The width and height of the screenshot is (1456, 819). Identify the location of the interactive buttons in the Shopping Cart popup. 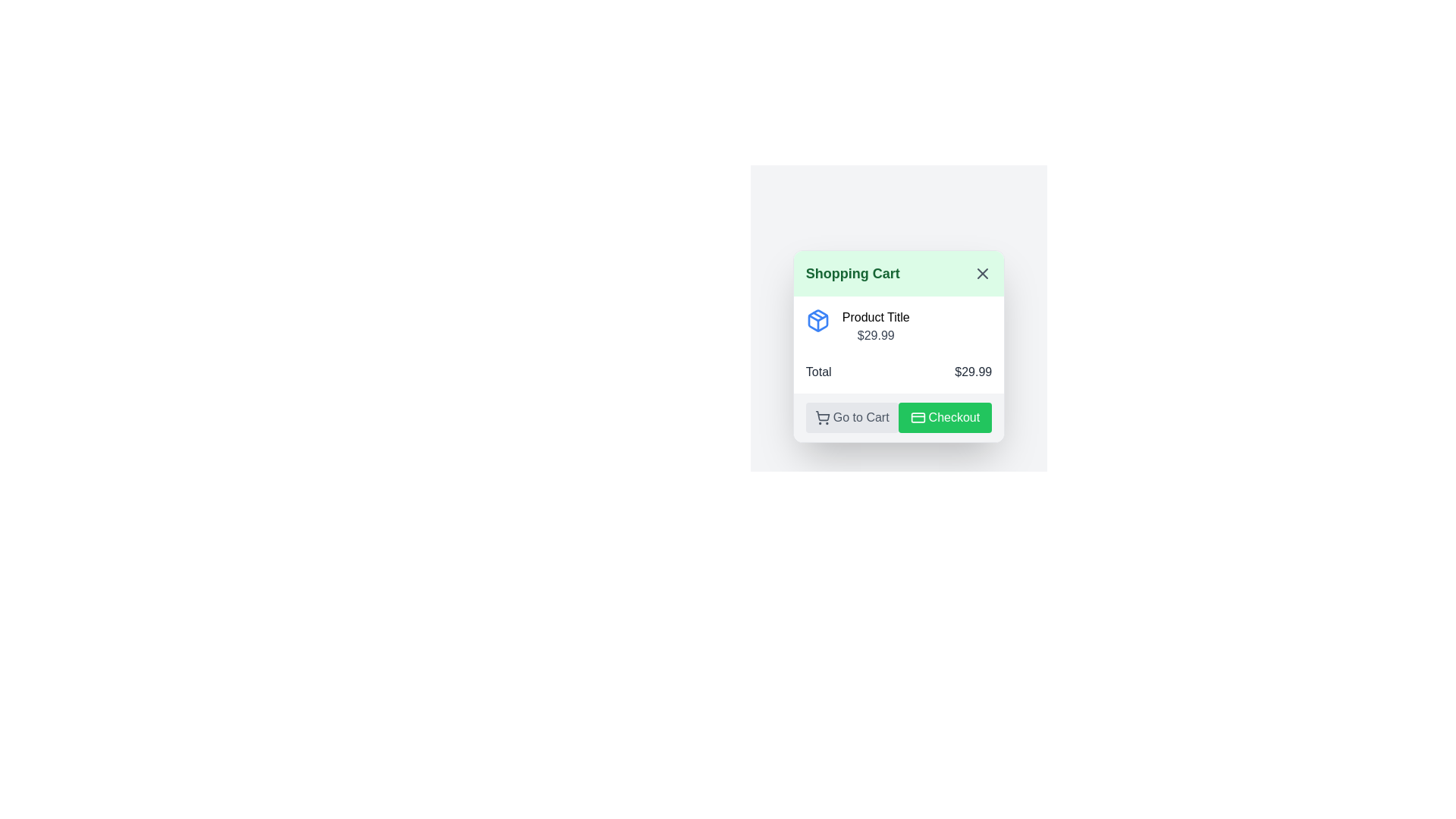
(899, 309).